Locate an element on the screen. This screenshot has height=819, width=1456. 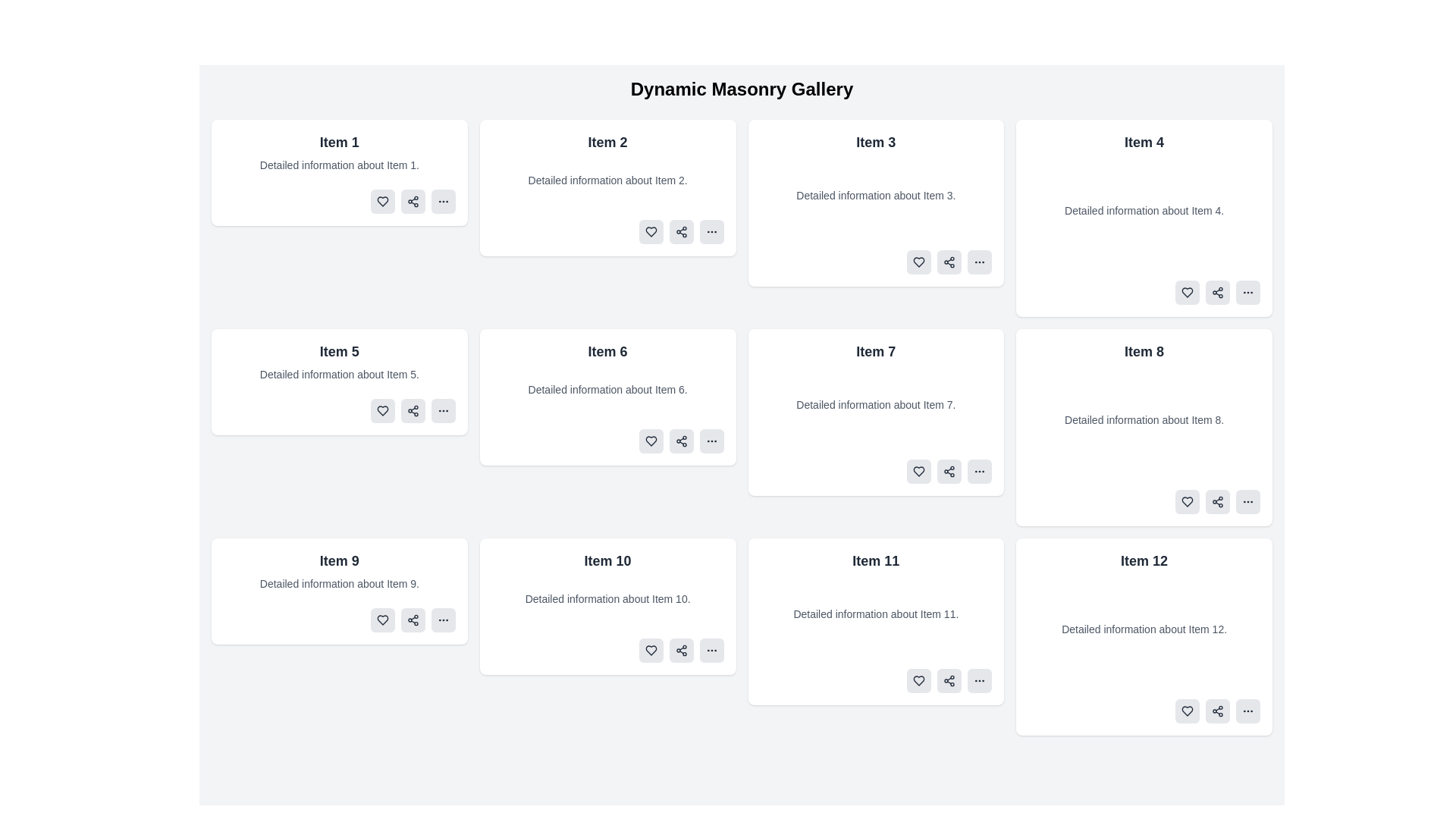
the informational text element reading 'Detailed information about Item 2' which is centrally positioned within the card titled 'Item 2.' is located at coordinates (607, 180).